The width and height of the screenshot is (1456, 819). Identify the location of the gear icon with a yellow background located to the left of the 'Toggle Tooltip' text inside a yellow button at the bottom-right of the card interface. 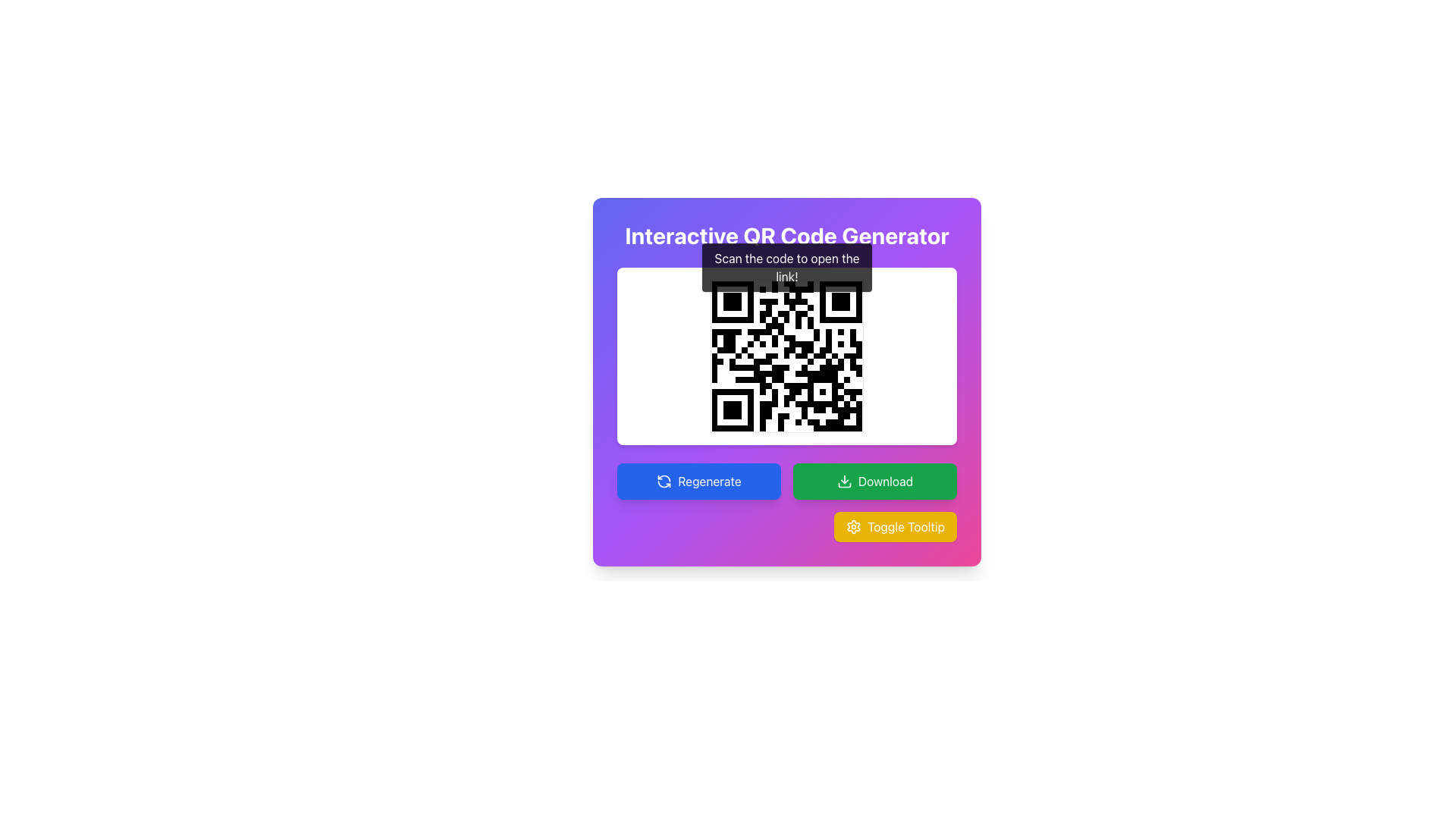
(854, 526).